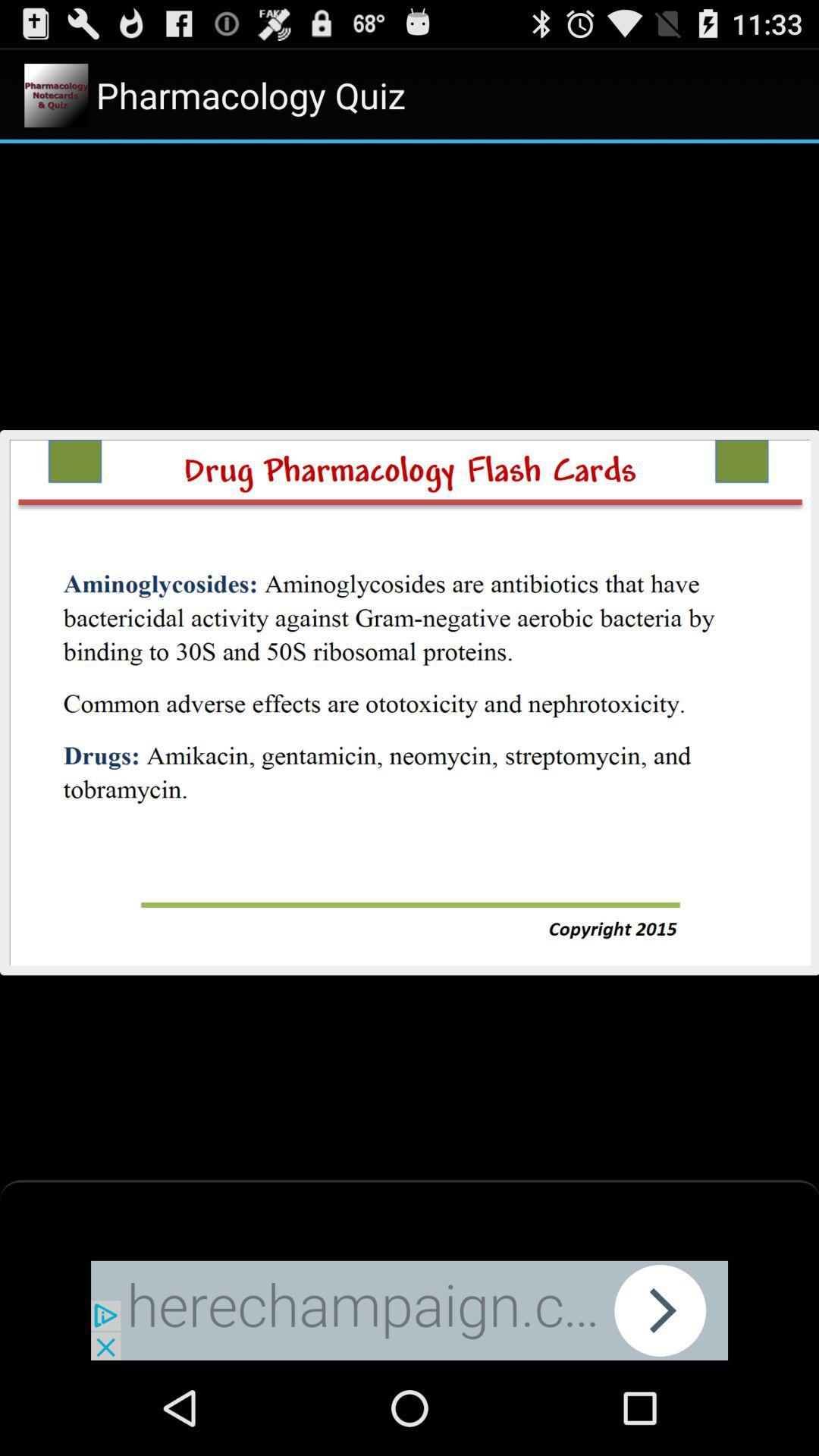 This screenshot has height=1456, width=819. I want to click on website, so click(409, 1310).